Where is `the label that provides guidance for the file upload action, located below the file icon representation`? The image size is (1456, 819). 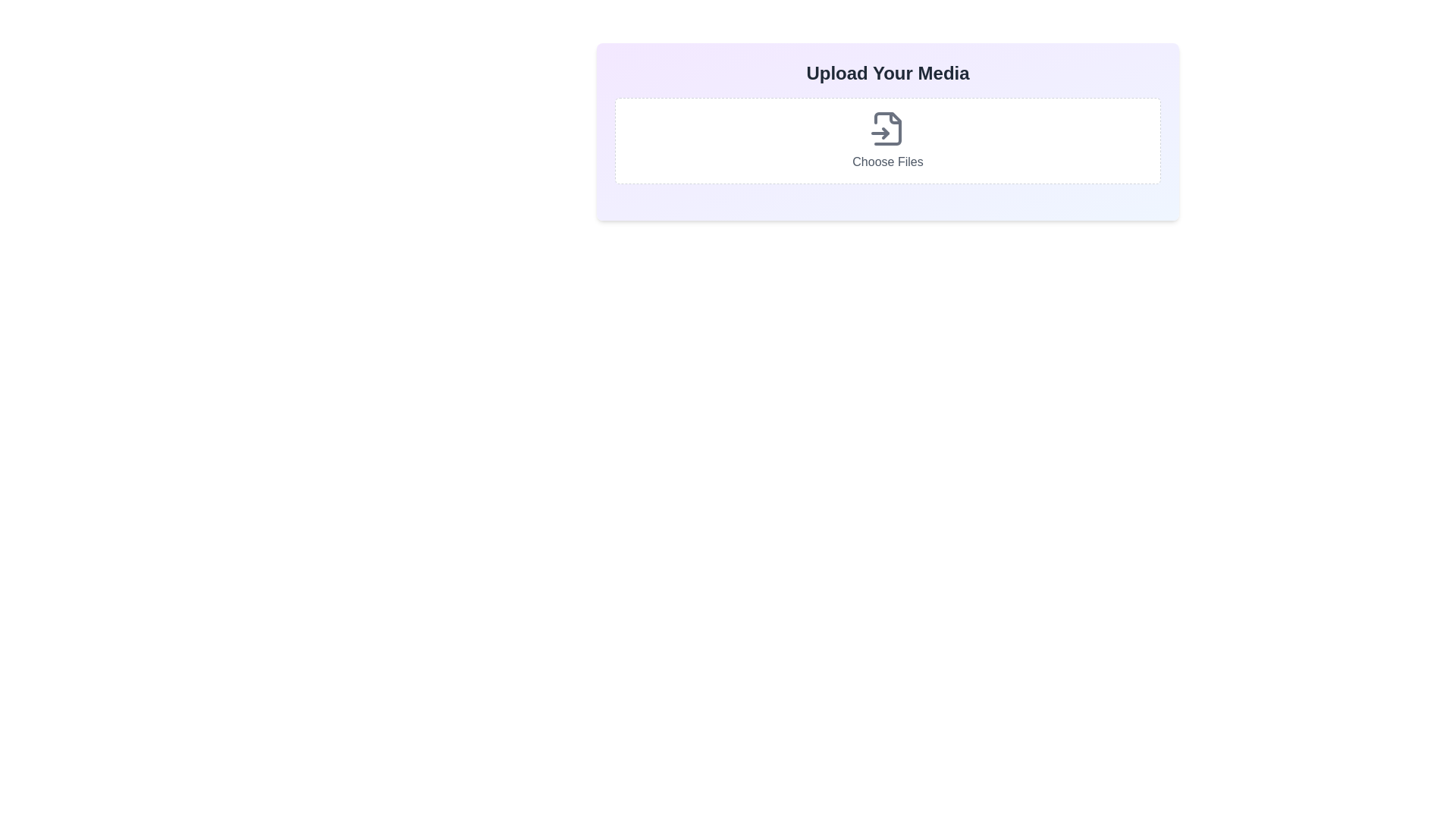
the label that provides guidance for the file upload action, located below the file icon representation is located at coordinates (888, 162).